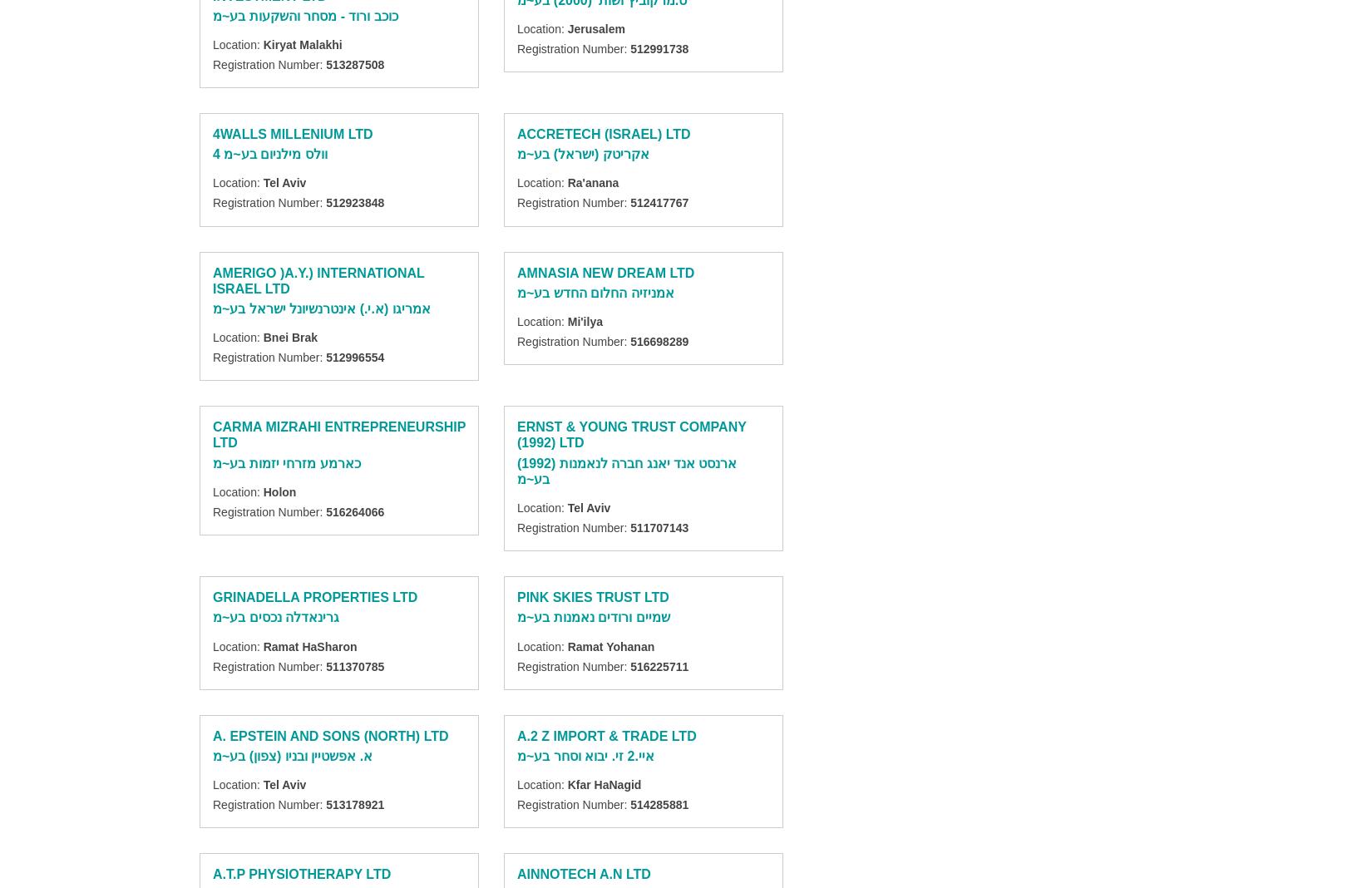  I want to click on '513287508', so click(354, 63).